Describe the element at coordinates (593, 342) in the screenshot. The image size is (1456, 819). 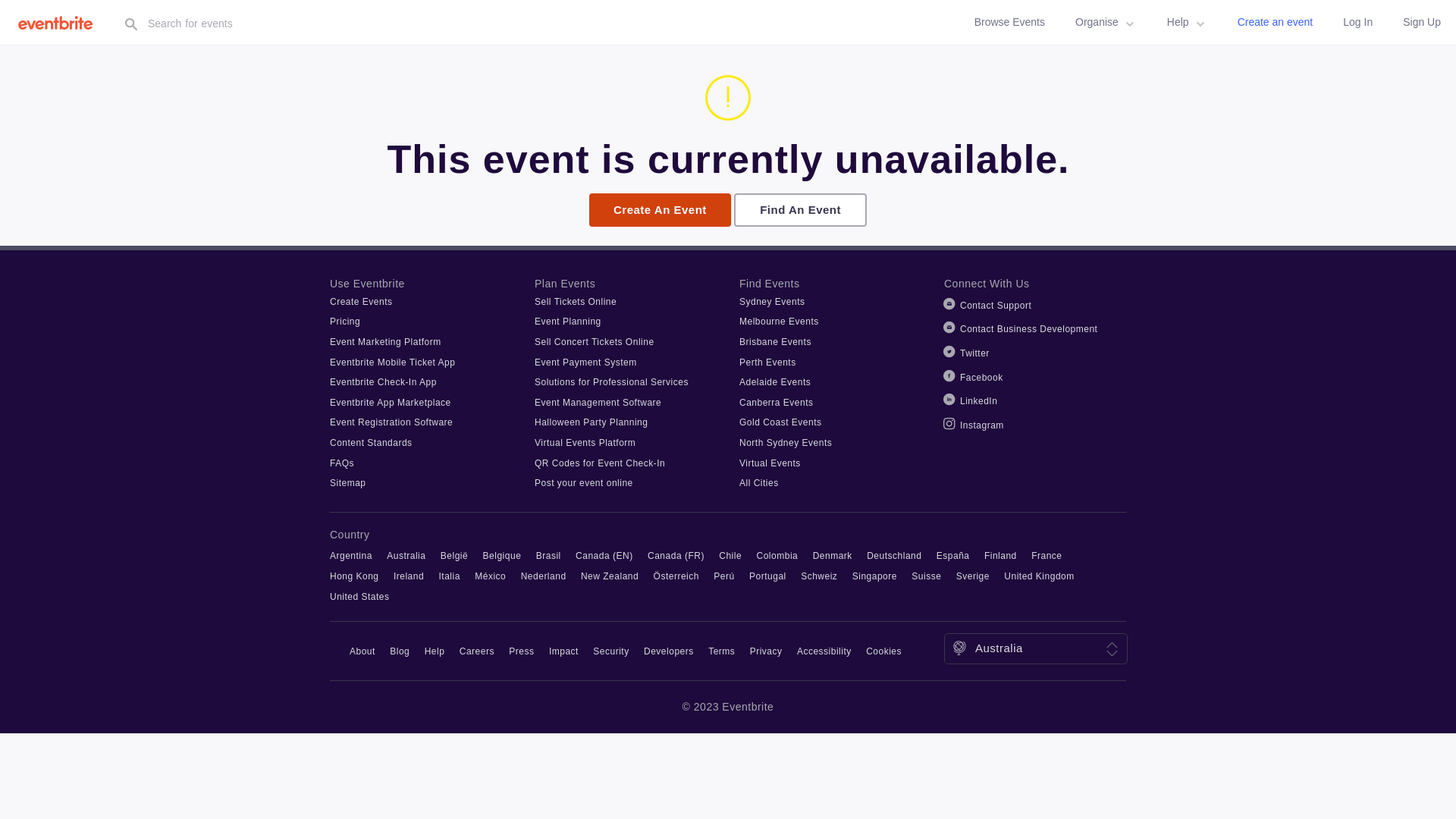
I see `'Sell Concert Tickets Online'` at that location.